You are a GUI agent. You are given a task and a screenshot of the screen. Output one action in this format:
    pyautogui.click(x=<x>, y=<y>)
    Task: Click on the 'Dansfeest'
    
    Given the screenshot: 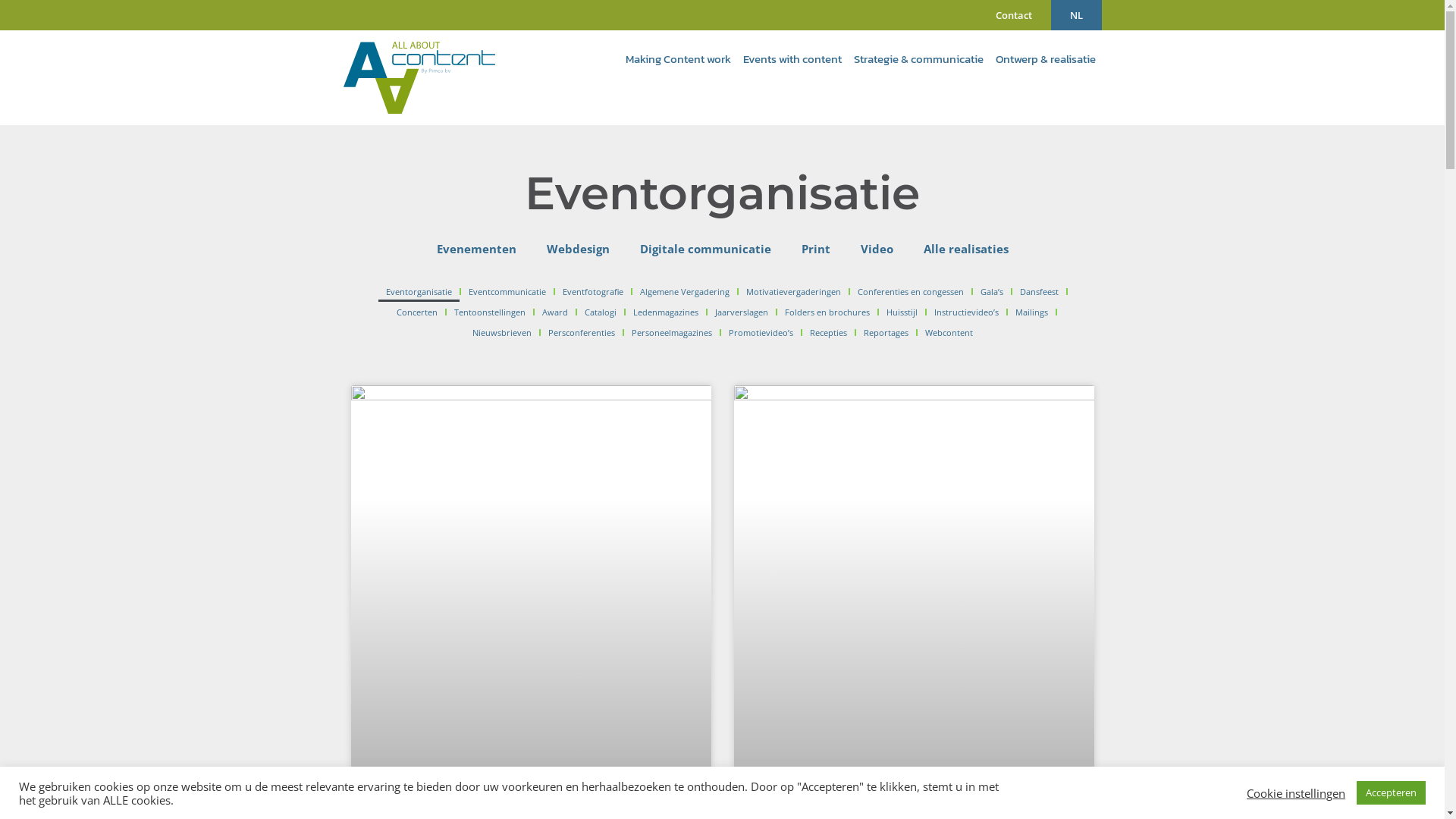 What is the action you would take?
    pyautogui.click(x=1012, y=291)
    